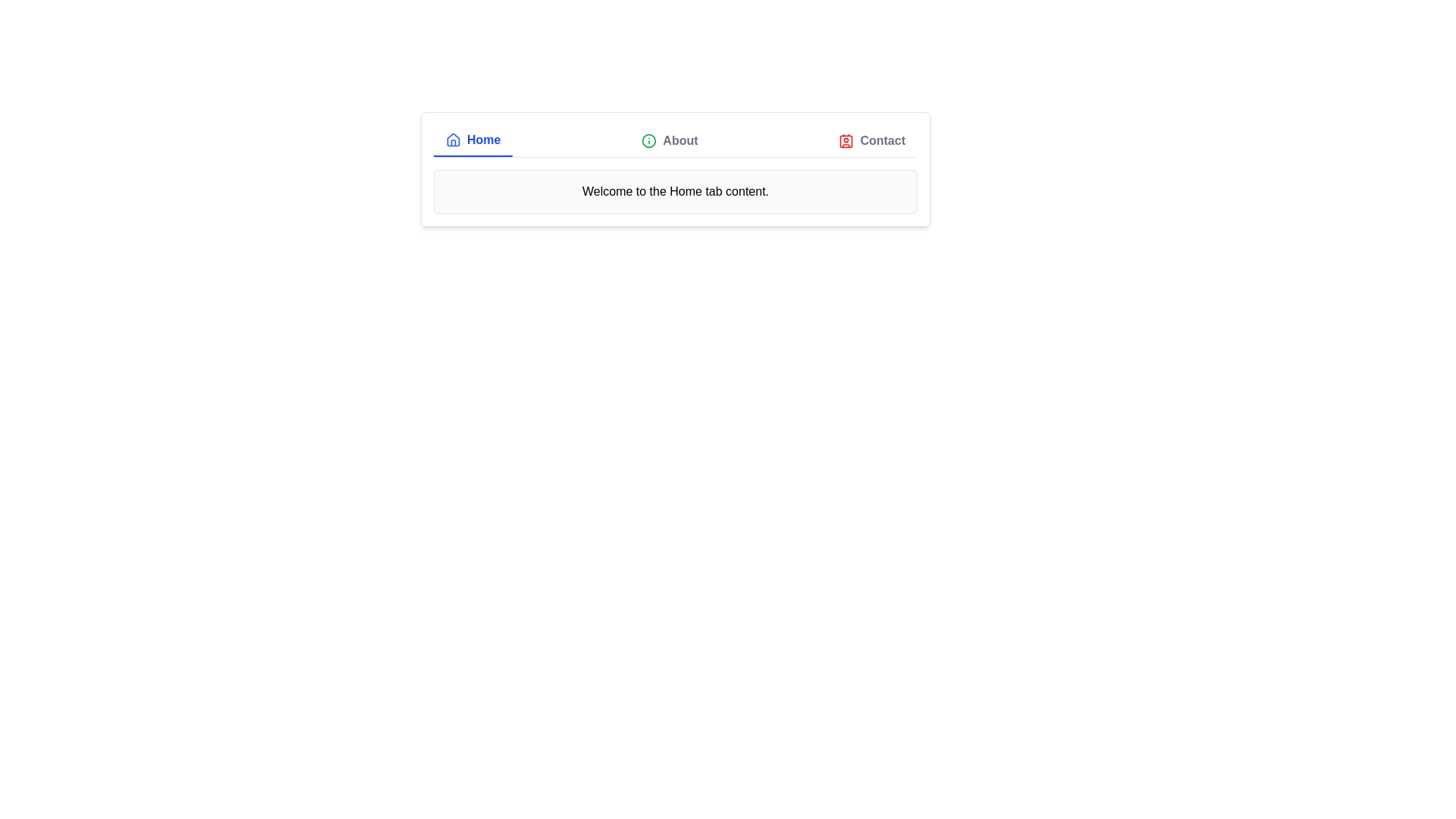 The image size is (1456, 819). I want to click on the 'About' text label, which is styled in bold and semibold font, located in the horizontal navigation bar between a green icon and the 'Contact' tab, so click(679, 140).